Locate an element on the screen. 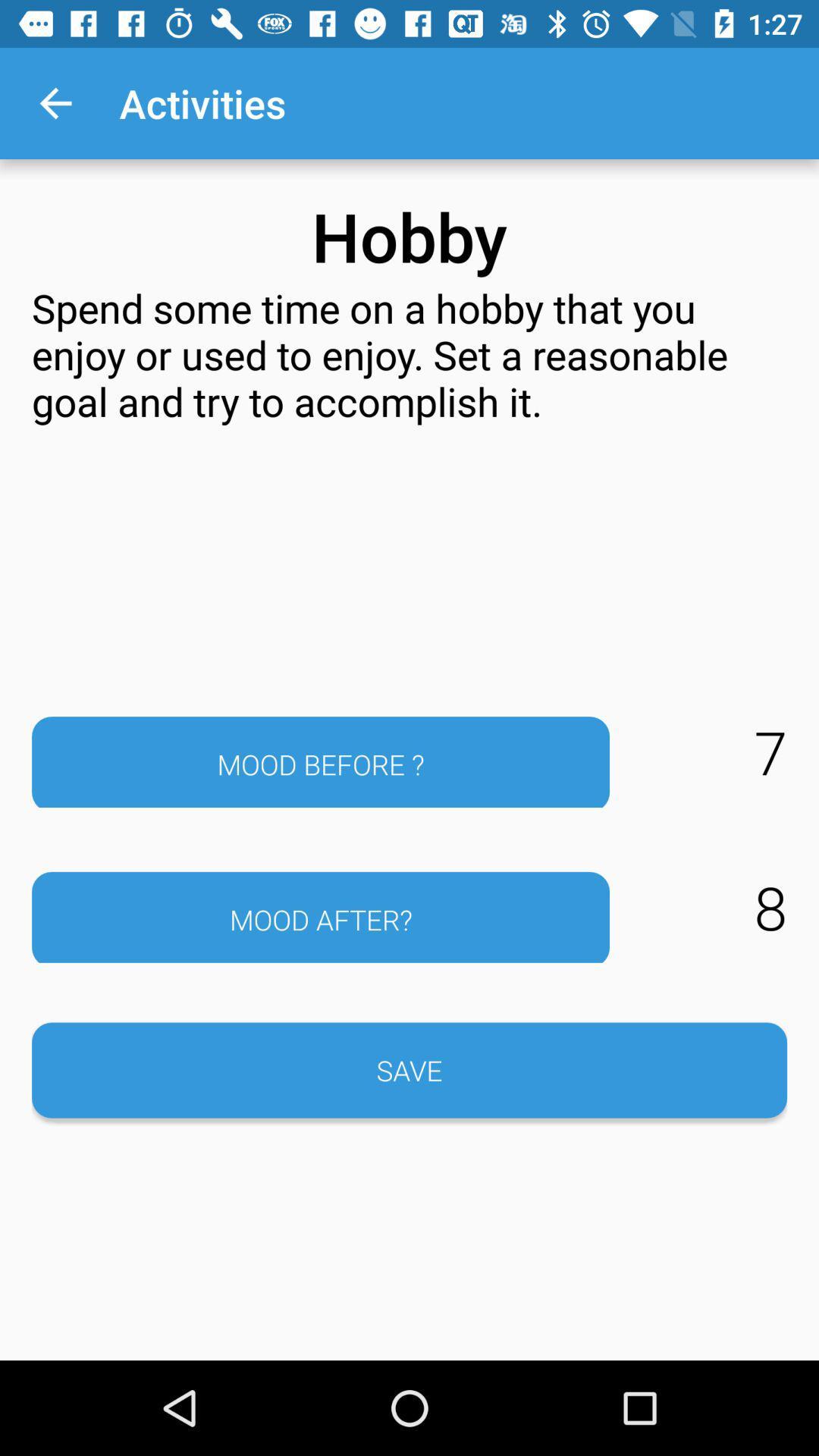 The width and height of the screenshot is (819, 1456). the save item is located at coordinates (409, 1069).